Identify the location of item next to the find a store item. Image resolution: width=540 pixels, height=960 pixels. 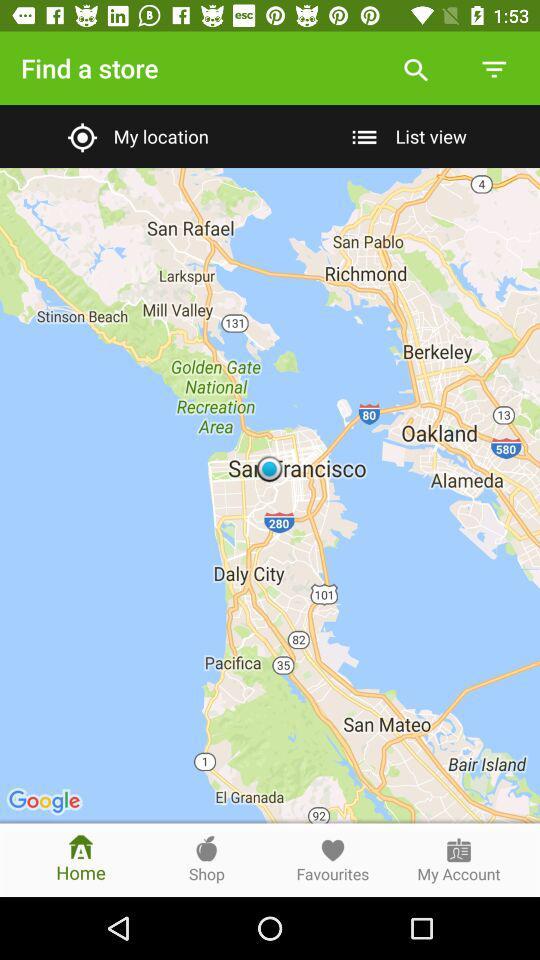
(415, 68).